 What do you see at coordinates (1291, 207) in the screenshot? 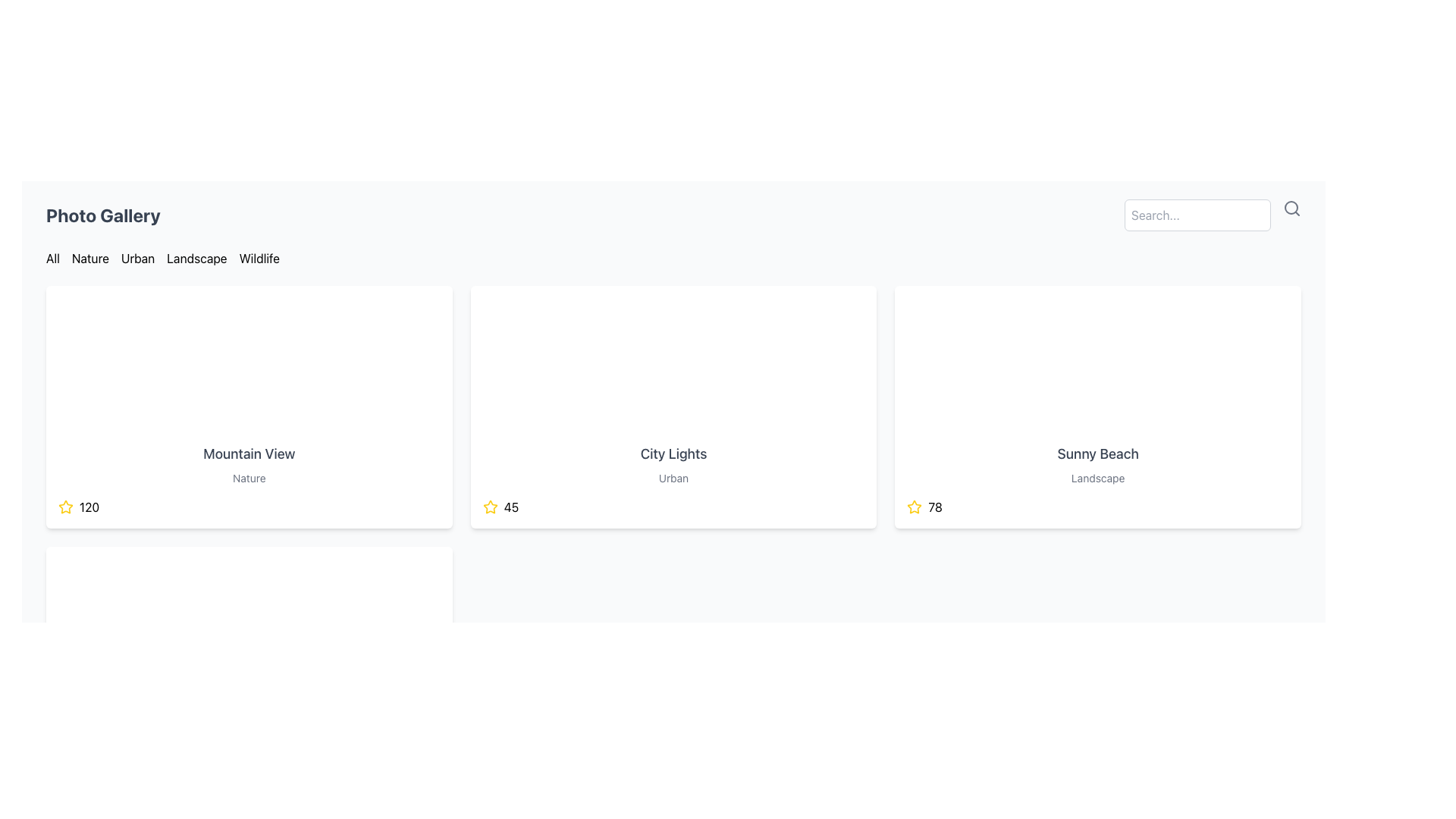
I see `the decorative circle element of the search icon located at the top-right of the interface` at bounding box center [1291, 207].